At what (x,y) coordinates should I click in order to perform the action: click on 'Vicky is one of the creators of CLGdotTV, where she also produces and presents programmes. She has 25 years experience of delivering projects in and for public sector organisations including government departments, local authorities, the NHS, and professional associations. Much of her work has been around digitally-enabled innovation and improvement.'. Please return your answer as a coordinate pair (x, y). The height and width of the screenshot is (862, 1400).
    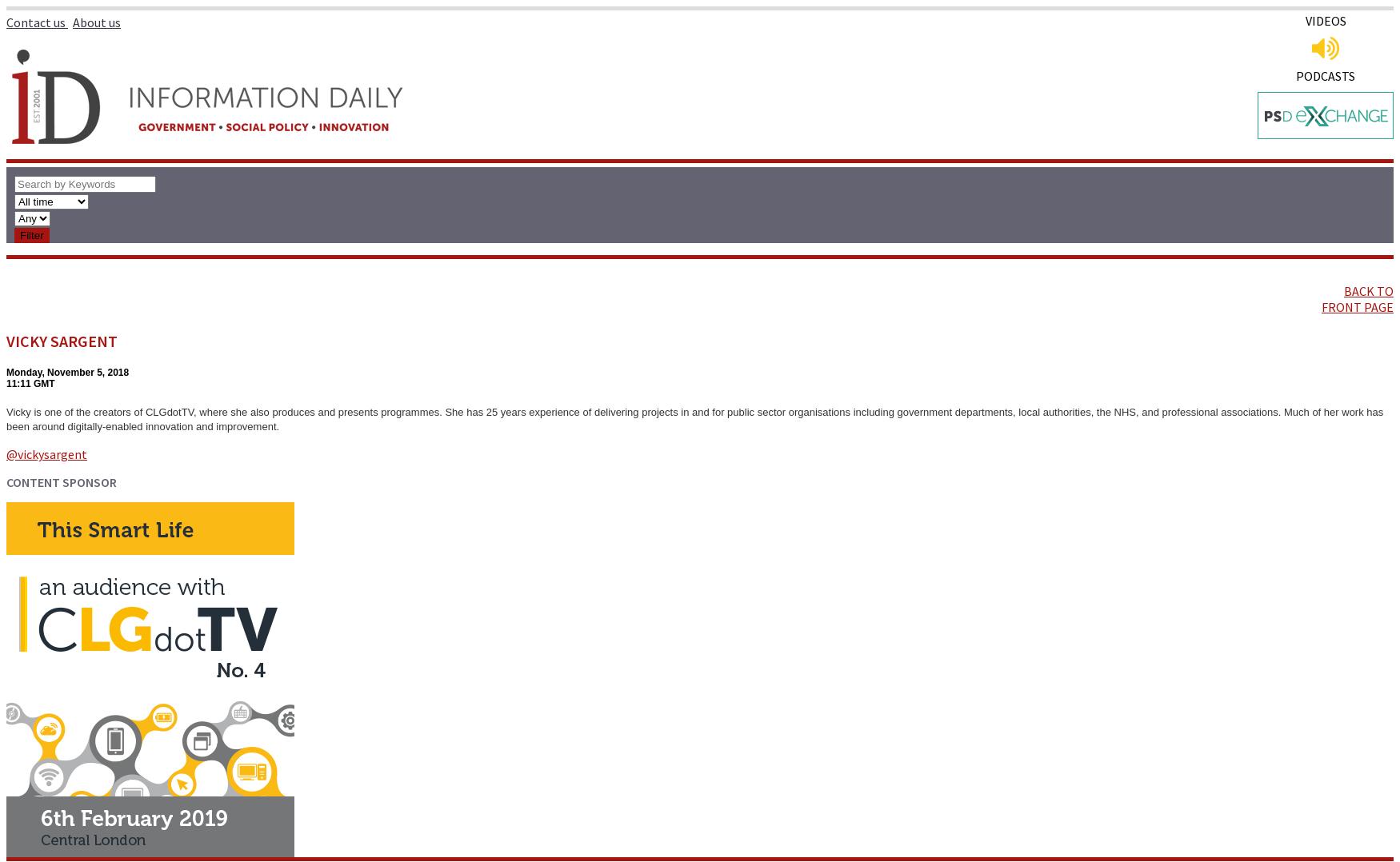
    Looking at the image, I should click on (694, 419).